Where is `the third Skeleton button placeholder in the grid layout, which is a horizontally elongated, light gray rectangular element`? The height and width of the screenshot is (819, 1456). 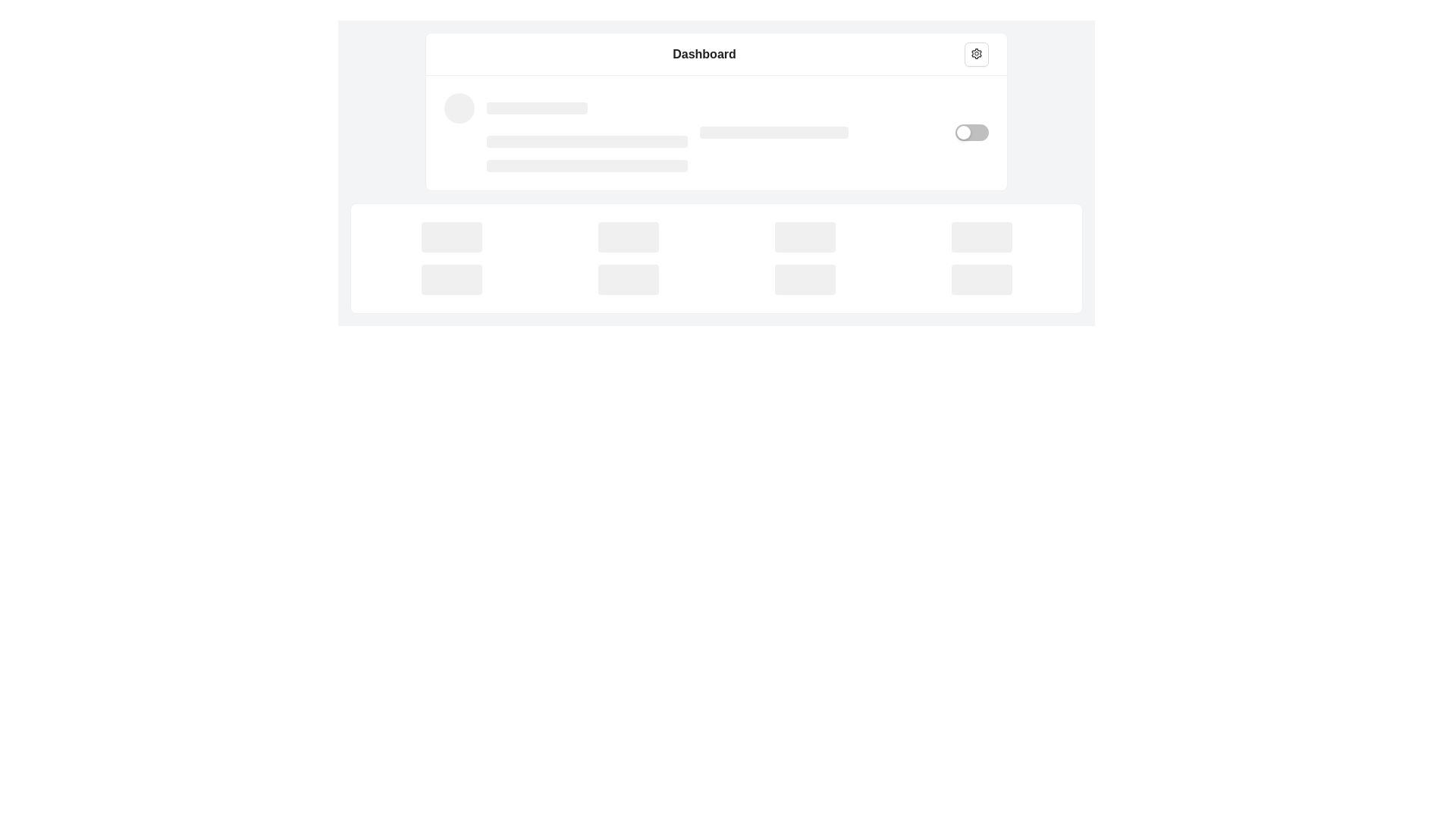 the third Skeleton button placeholder in the grid layout, which is a horizontally elongated, light gray rectangular element is located at coordinates (628, 280).